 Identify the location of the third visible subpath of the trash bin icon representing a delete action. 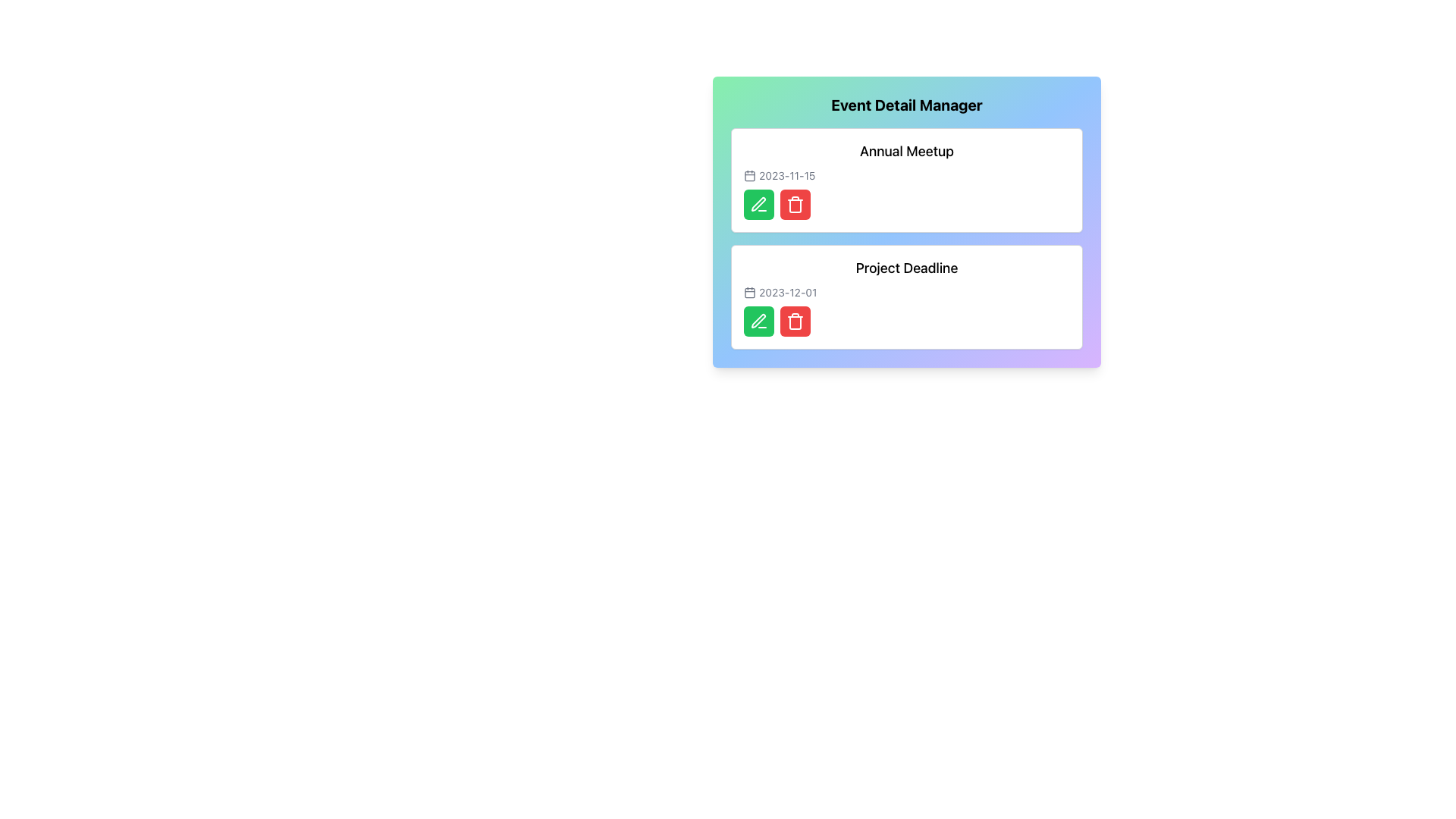
(795, 206).